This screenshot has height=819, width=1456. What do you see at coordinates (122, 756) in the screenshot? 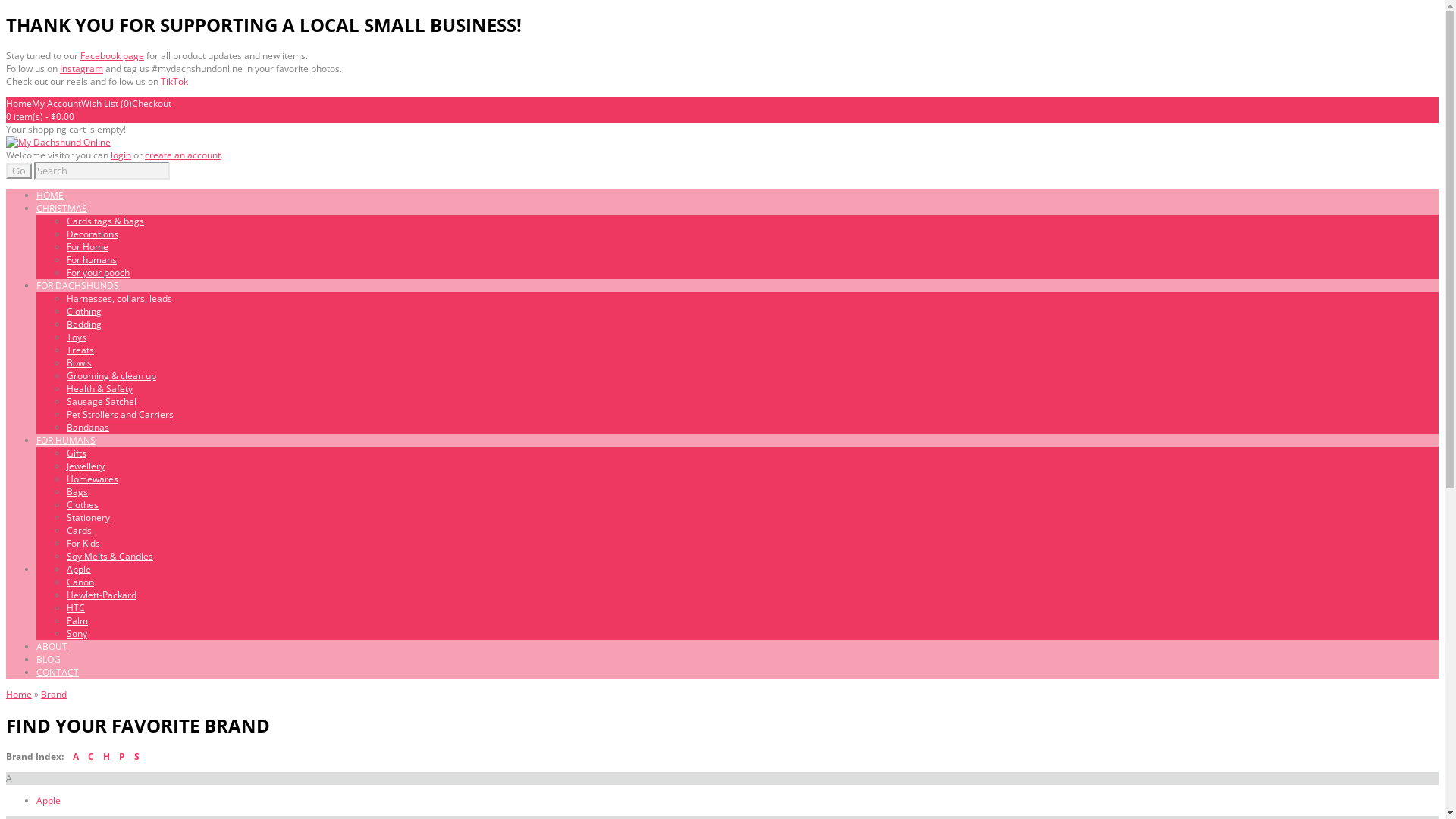
I see `'P'` at bounding box center [122, 756].